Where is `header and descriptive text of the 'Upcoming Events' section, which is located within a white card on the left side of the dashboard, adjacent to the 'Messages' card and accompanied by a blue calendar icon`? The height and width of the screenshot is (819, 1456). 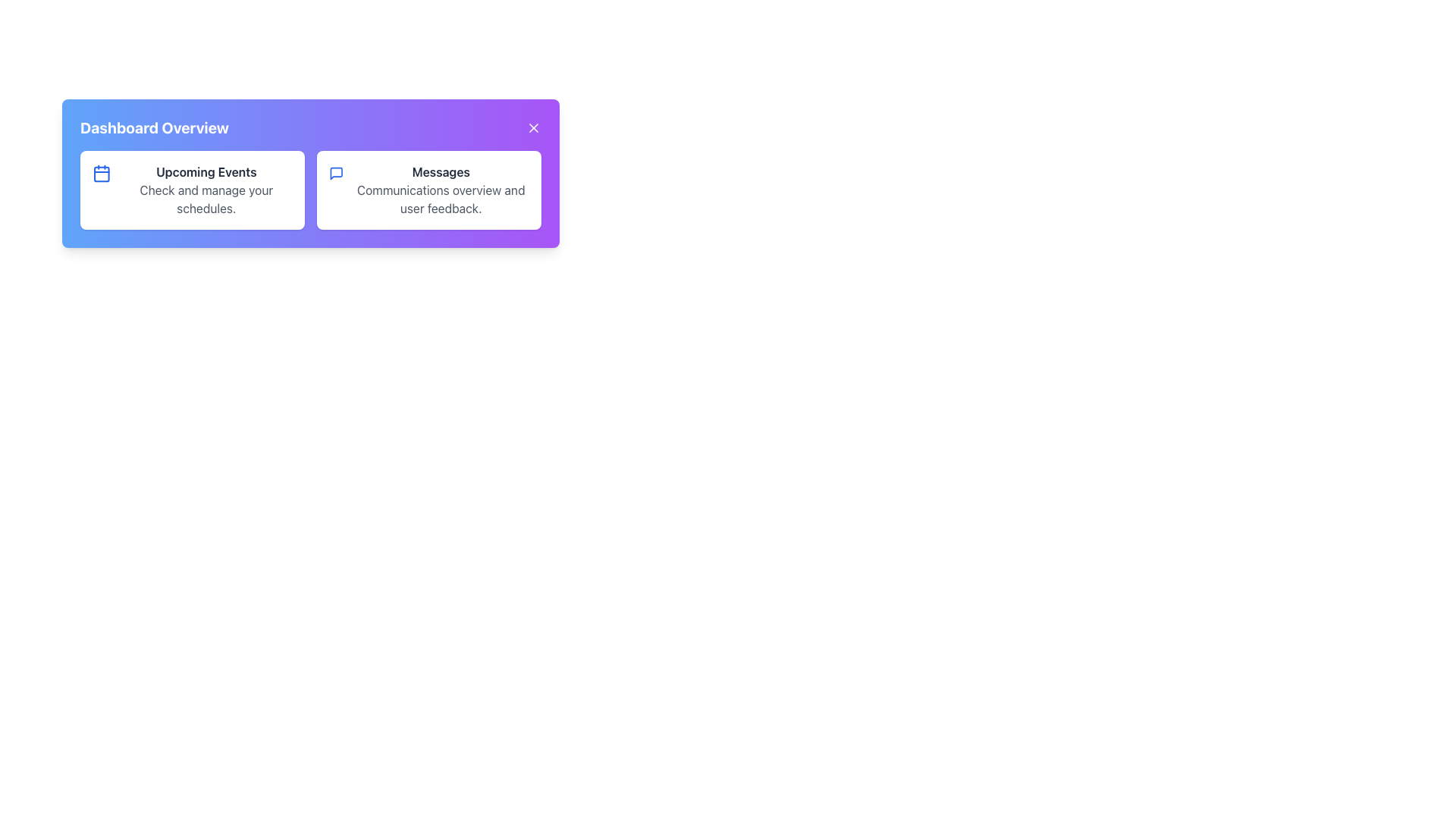 header and descriptive text of the 'Upcoming Events' section, which is located within a white card on the left side of the dashboard, adjacent to the 'Messages' card and accompanied by a blue calendar icon is located at coordinates (206, 189).